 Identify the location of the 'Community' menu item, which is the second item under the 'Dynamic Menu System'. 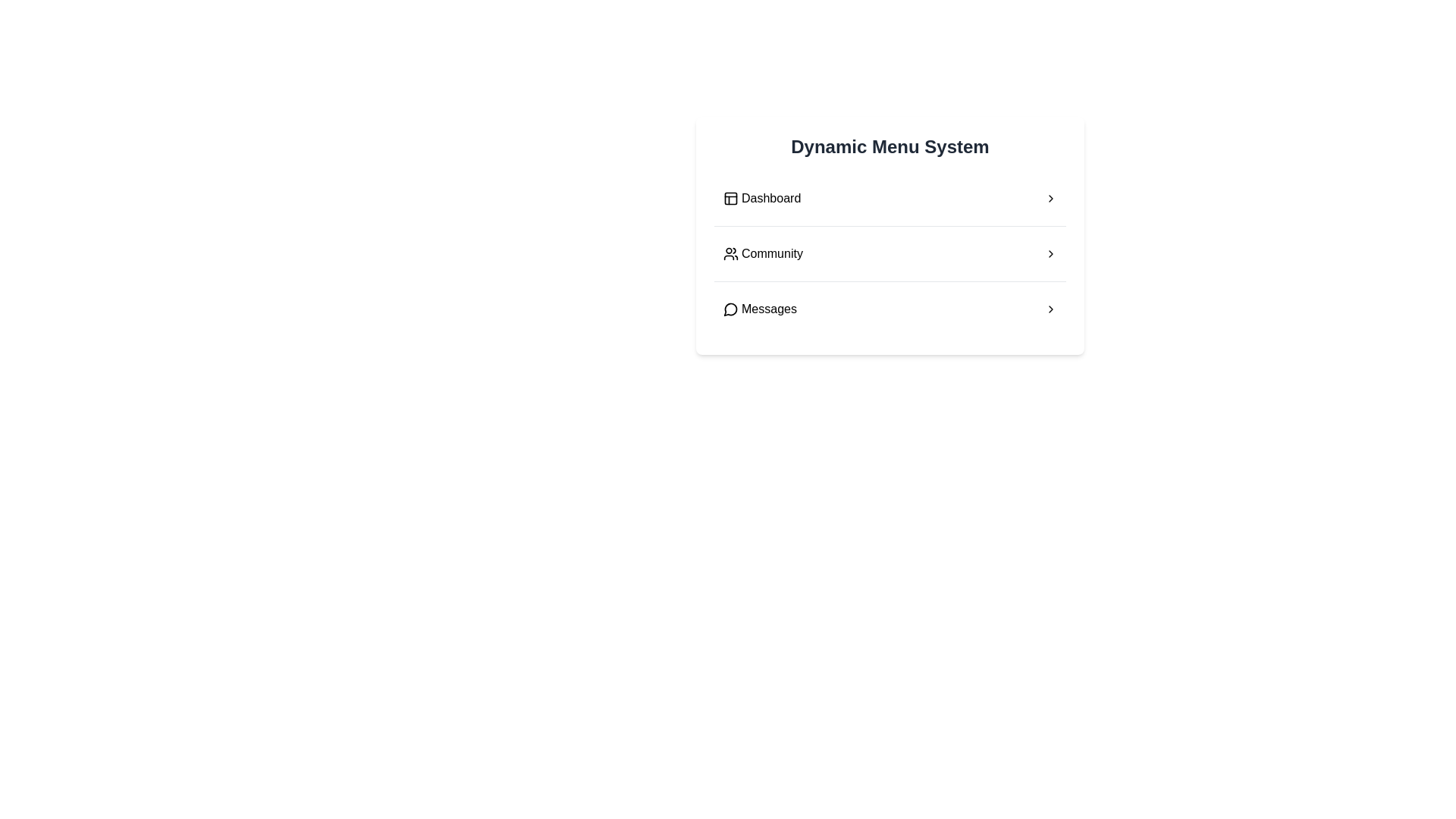
(890, 253).